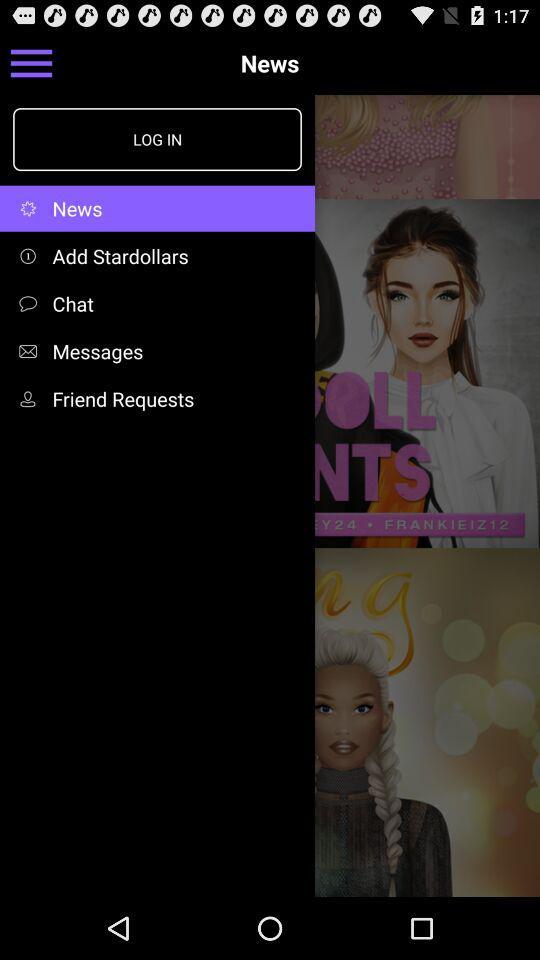 The image size is (540, 960). What do you see at coordinates (30, 62) in the screenshot?
I see `open menu` at bounding box center [30, 62].